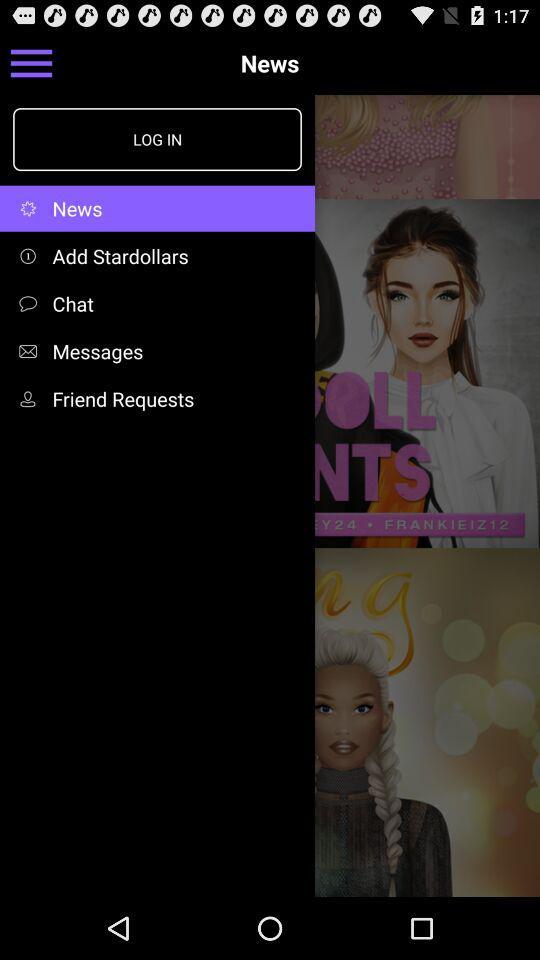 The image size is (540, 960). What do you see at coordinates (30, 62) in the screenshot?
I see `open menu` at bounding box center [30, 62].